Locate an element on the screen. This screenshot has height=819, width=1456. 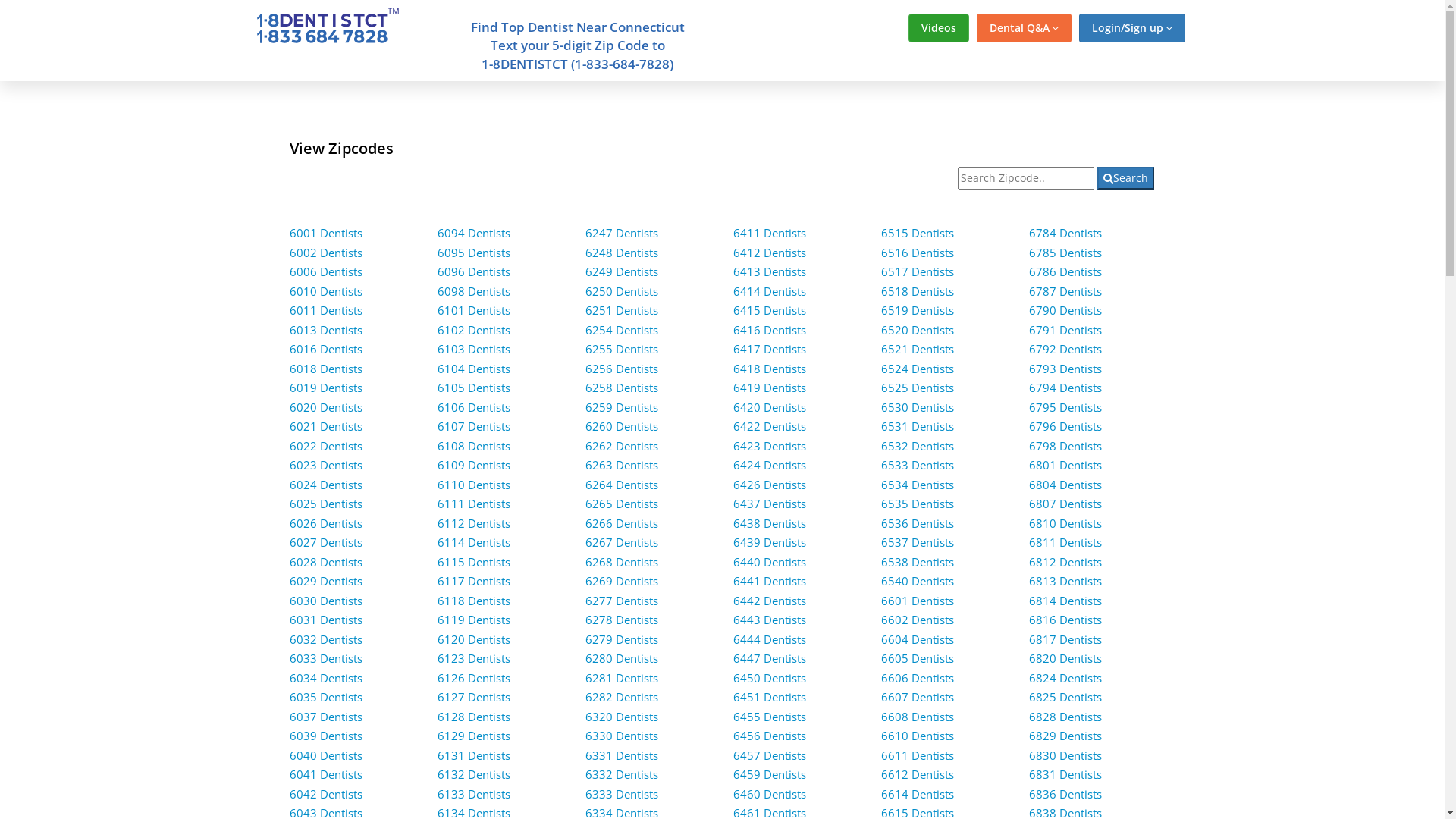
'6258 Dentists' is located at coordinates (585, 386).